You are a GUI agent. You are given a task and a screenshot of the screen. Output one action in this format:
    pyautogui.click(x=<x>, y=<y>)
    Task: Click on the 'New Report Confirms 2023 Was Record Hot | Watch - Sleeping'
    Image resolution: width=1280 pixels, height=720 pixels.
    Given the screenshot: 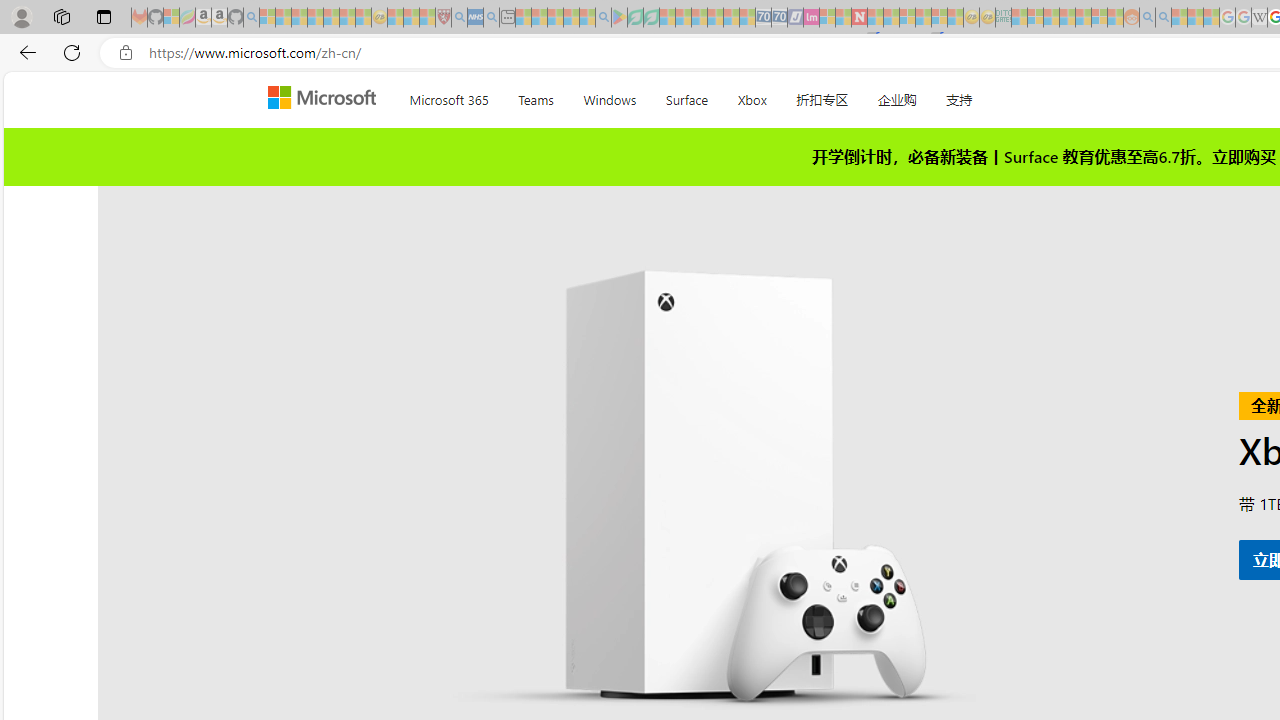 What is the action you would take?
    pyautogui.click(x=331, y=17)
    